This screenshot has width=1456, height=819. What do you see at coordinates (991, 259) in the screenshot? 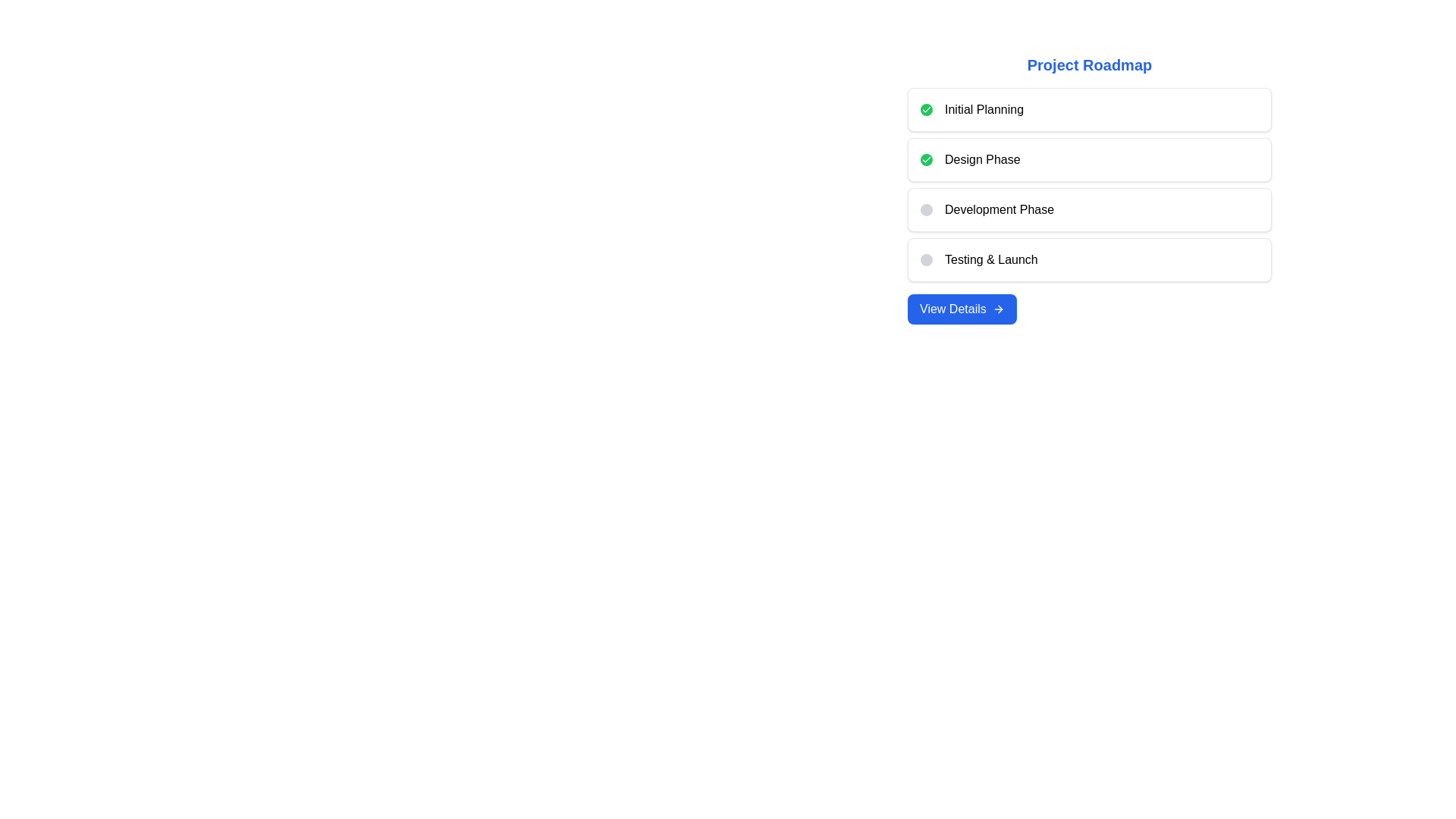
I see `the 'Testing & Launch' phase label in the project roadmap, which is positioned below the 'Development Phase' item and above the 'View Details' button` at bounding box center [991, 259].